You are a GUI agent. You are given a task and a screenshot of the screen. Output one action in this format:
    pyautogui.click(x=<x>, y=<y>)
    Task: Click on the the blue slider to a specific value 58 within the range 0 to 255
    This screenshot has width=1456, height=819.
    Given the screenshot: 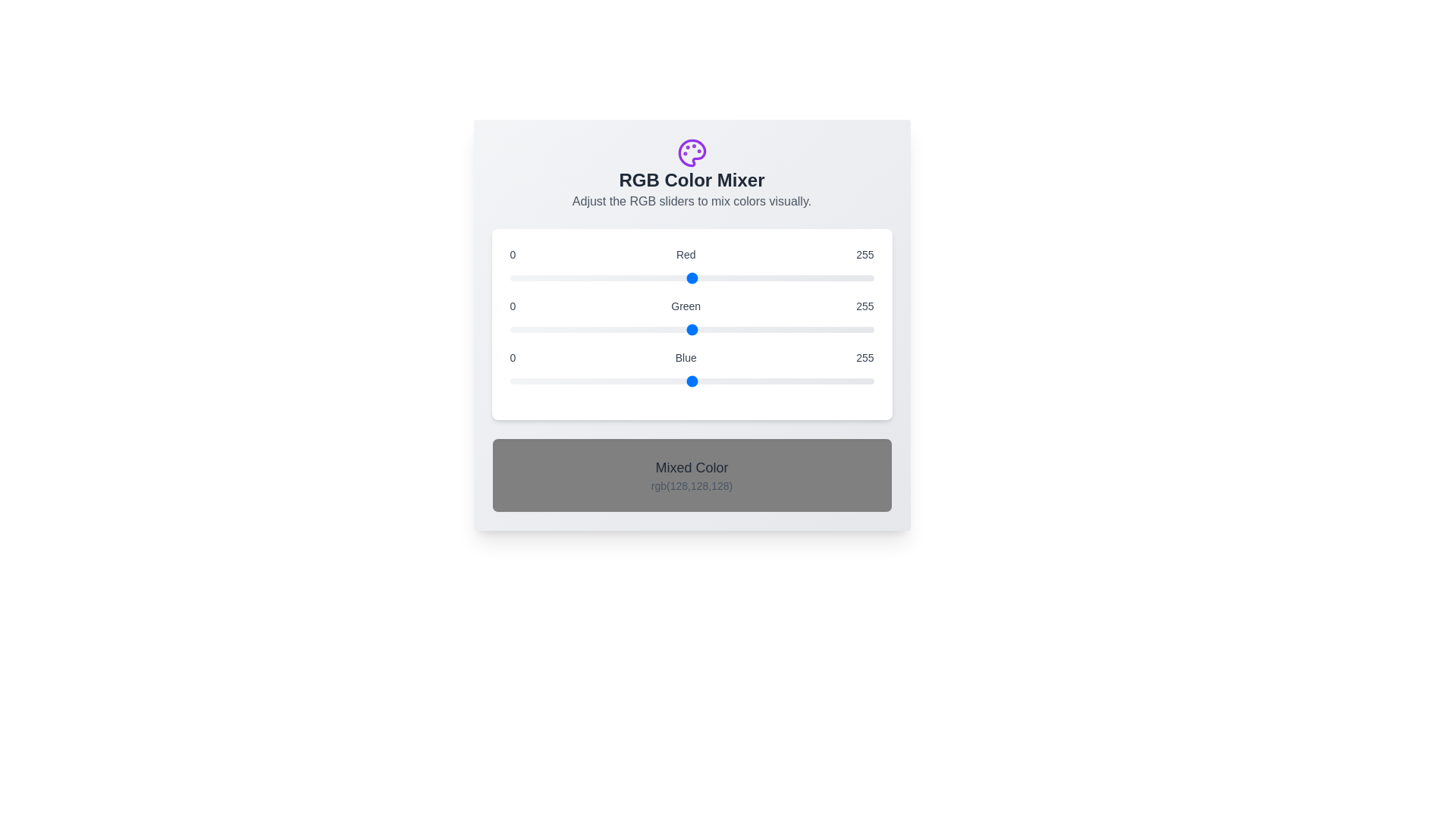 What is the action you would take?
    pyautogui.click(x=591, y=380)
    